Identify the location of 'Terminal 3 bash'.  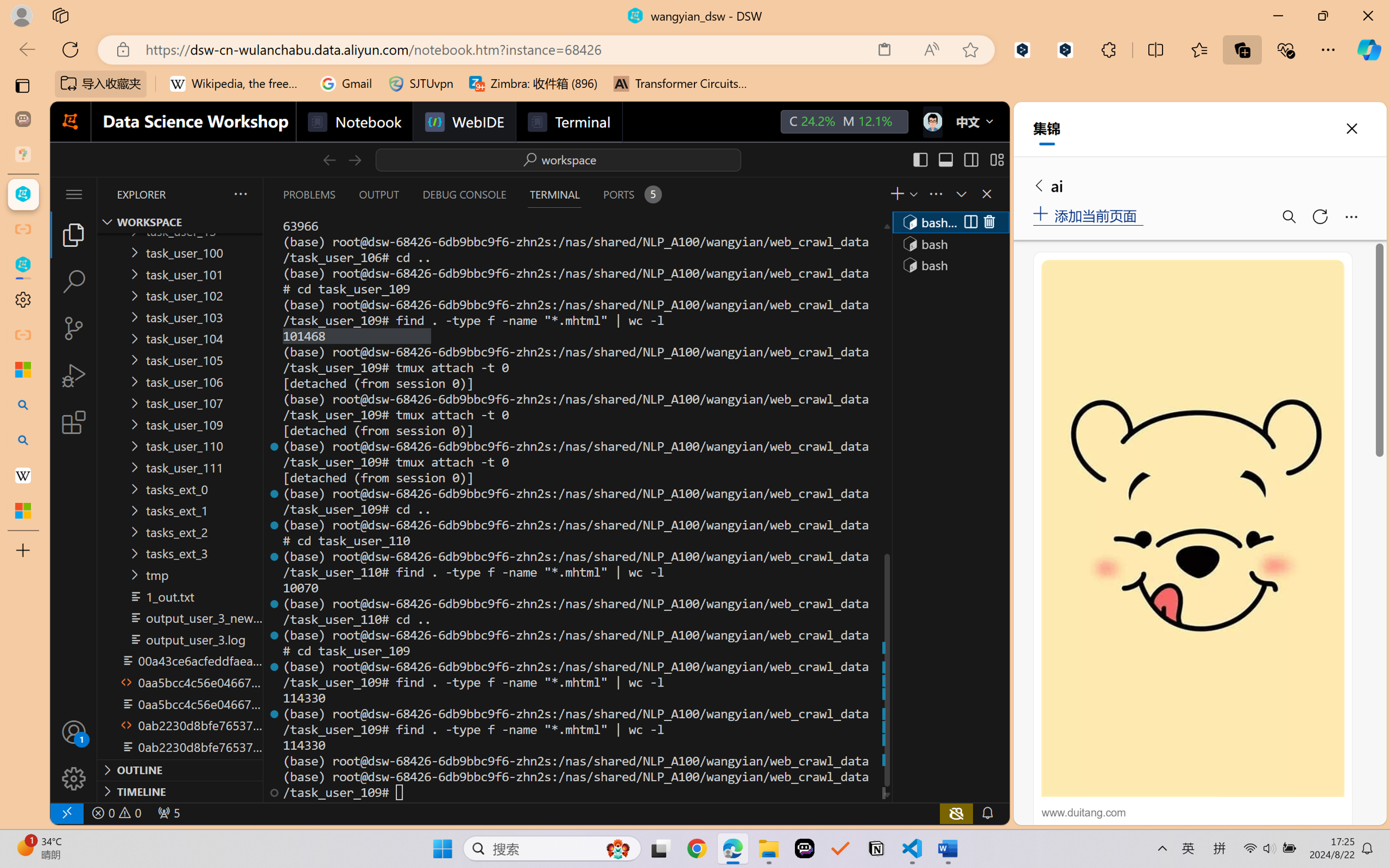
(949, 265).